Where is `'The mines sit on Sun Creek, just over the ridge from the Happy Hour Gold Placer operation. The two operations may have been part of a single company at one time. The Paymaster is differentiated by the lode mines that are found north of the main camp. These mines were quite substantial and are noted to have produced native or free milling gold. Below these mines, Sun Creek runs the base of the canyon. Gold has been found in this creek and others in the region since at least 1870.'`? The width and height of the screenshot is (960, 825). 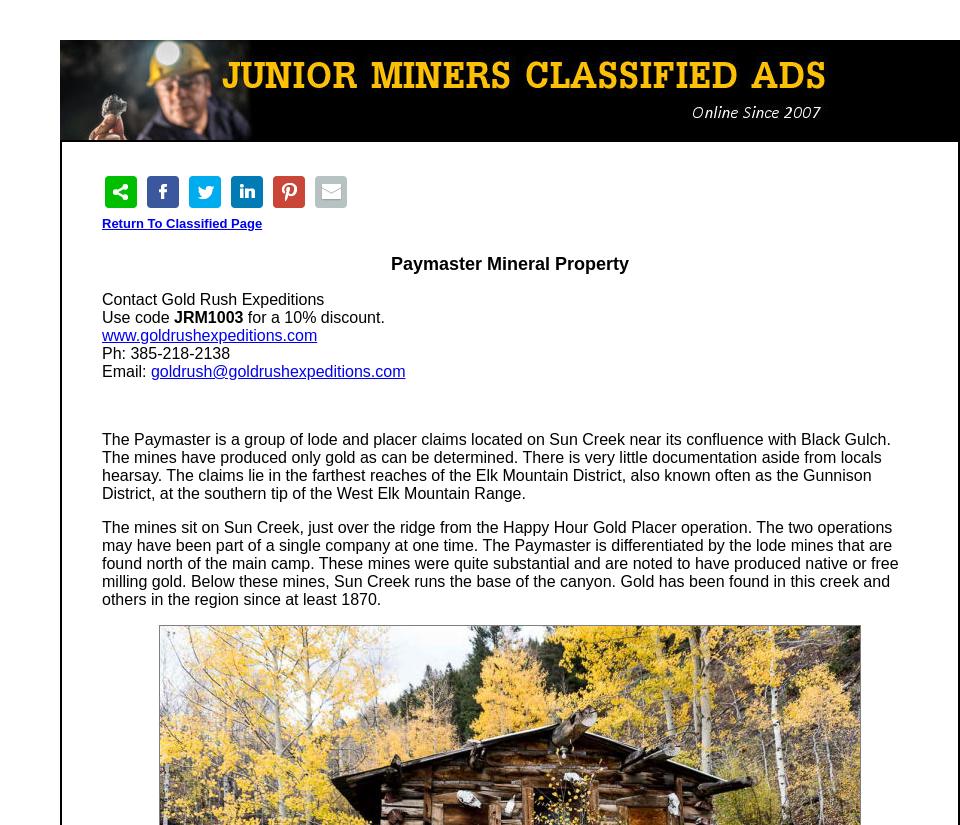
'The mines sit on Sun Creek, just over the ridge from the Happy Hour Gold Placer operation. The two operations may have been part of a single company at one time. The Paymaster is differentiated by the lode mines that are found north of the main camp. These mines were quite substantial and are noted to have produced native or free milling gold. Below these mines, Sun Creek runs the base of the canyon. Gold has been found in this creek and others in the region since at least 1870.' is located at coordinates (498, 563).